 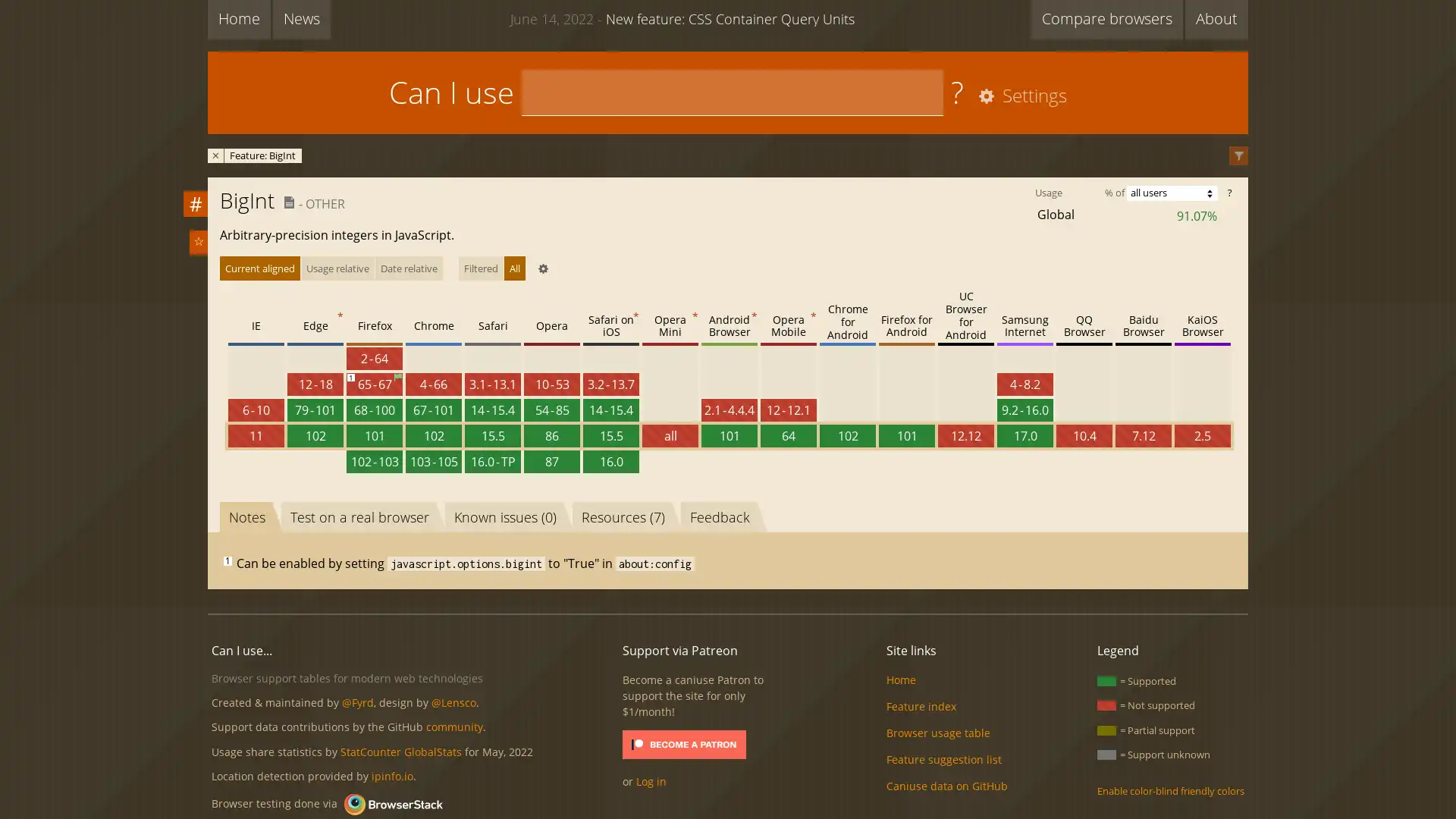 What do you see at coordinates (337, 268) in the screenshot?
I see `Usage relative` at bounding box center [337, 268].